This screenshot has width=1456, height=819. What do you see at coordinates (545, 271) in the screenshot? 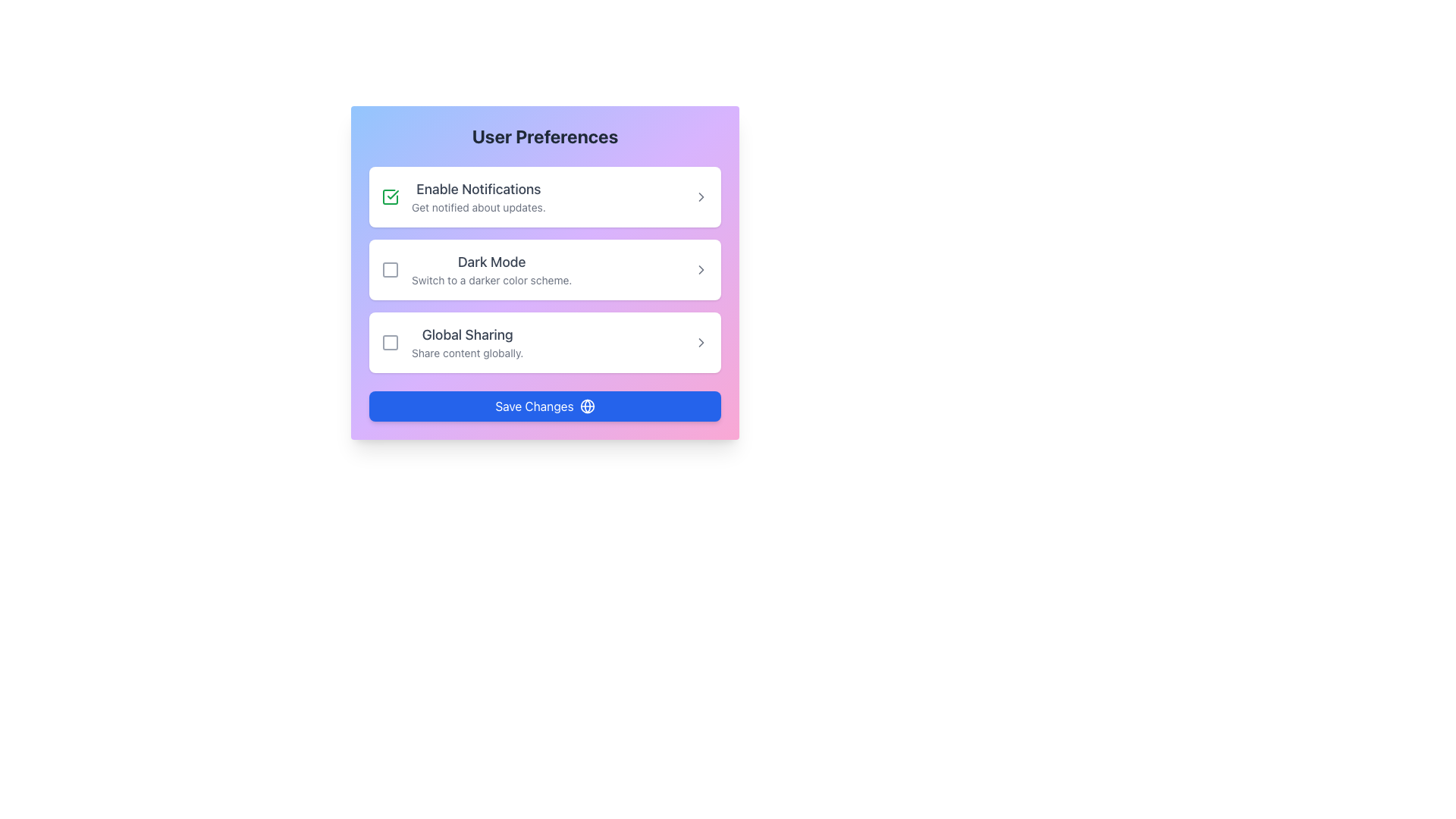
I see `the 'Dark Mode' preference setting section within the 'User Preferences' card` at bounding box center [545, 271].